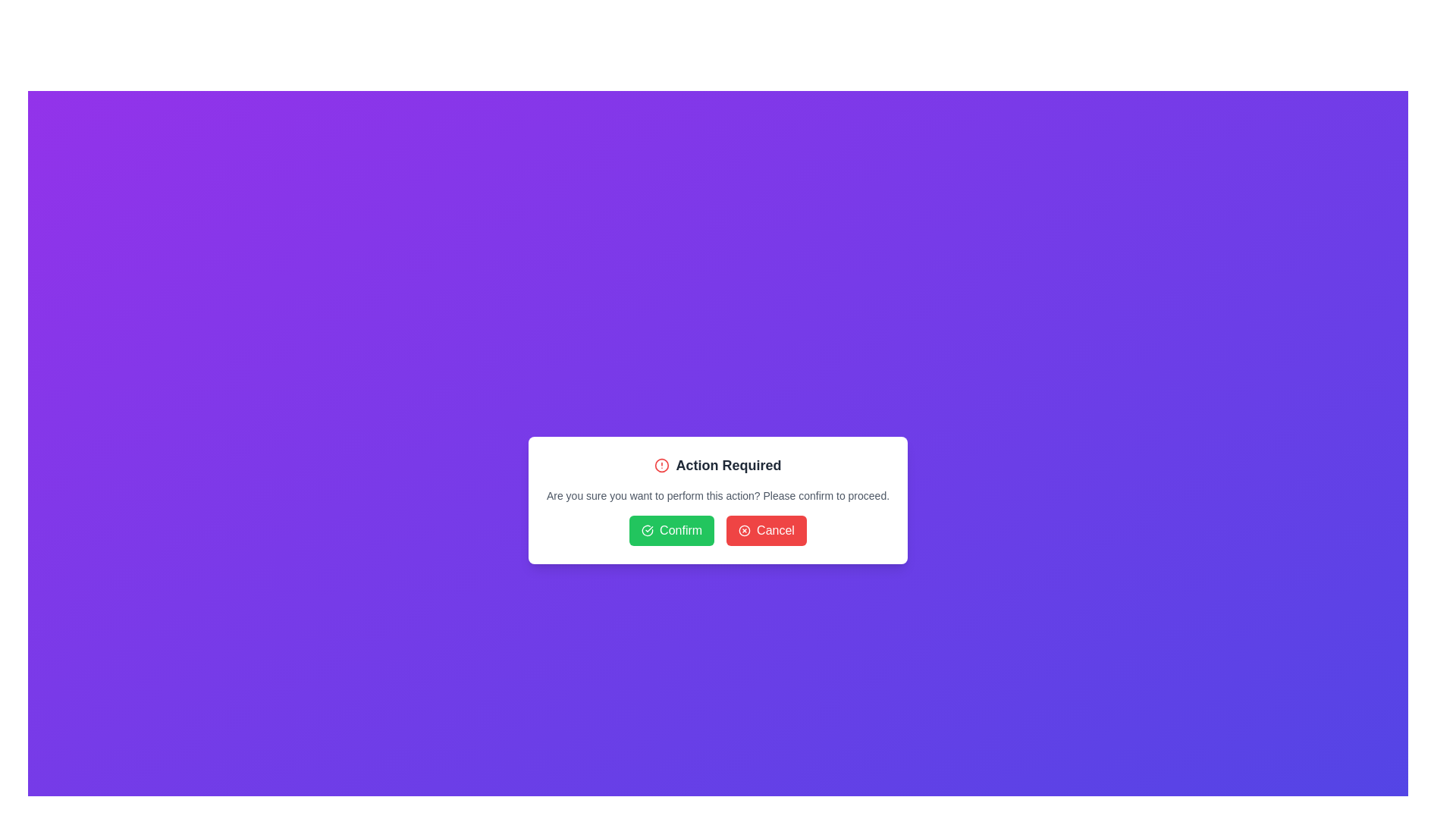 This screenshot has width=1456, height=819. Describe the element at coordinates (671, 529) in the screenshot. I see `the 'Confirm' button, which is a rectangular button with a green background and white text` at that location.